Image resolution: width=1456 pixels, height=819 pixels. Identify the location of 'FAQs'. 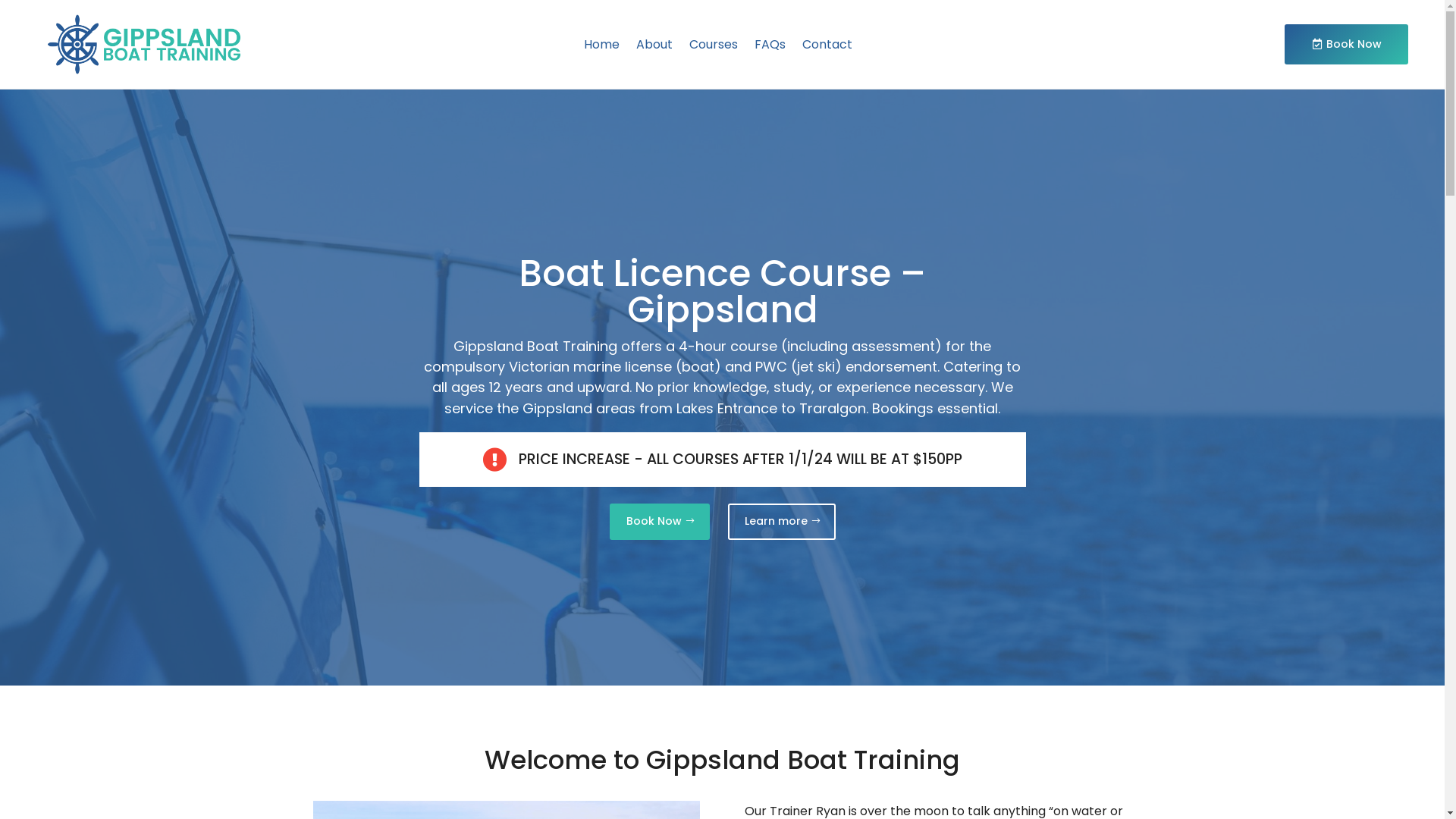
(770, 43).